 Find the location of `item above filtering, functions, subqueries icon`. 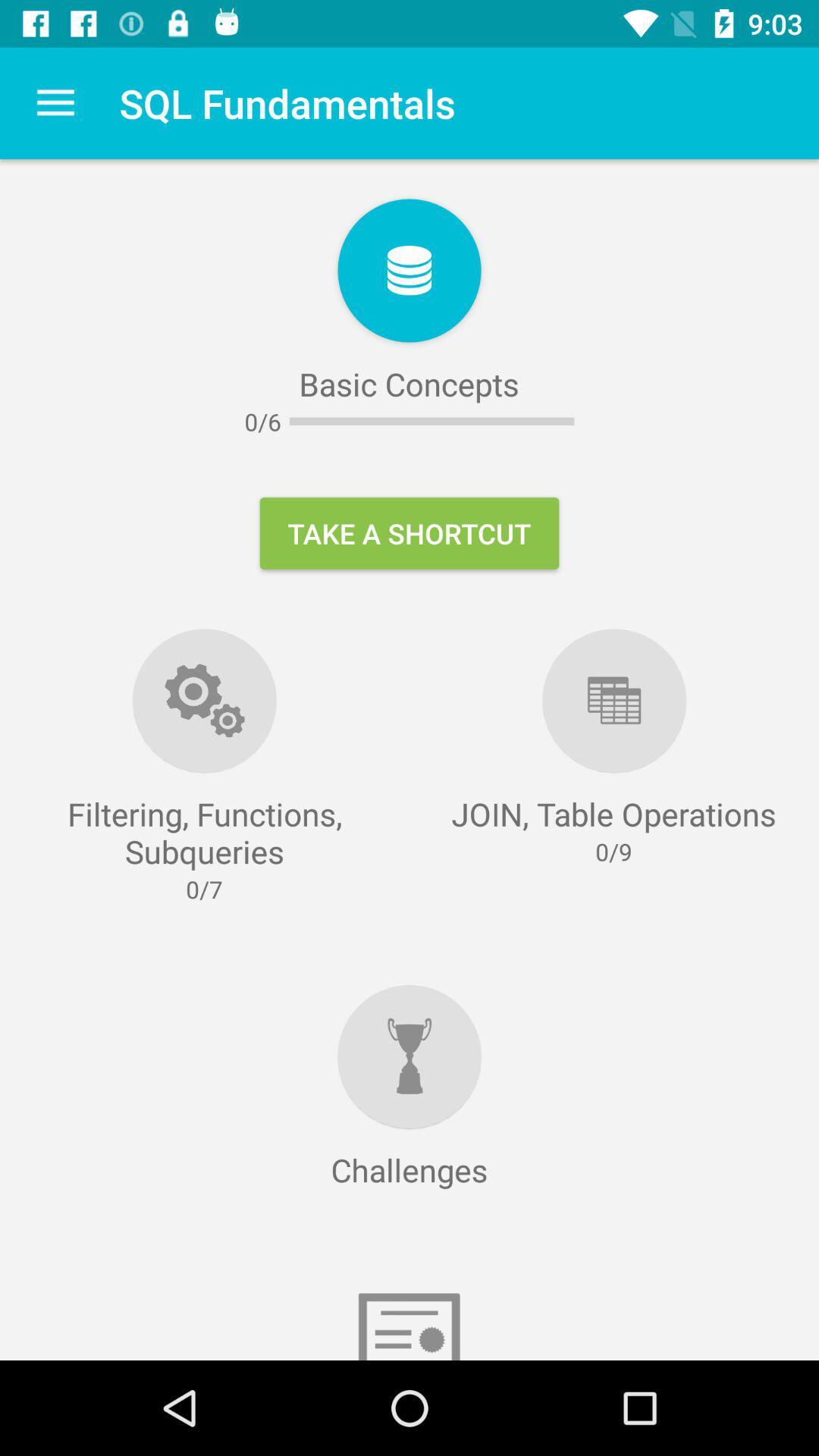

item above filtering, functions, subqueries icon is located at coordinates (55, 102).